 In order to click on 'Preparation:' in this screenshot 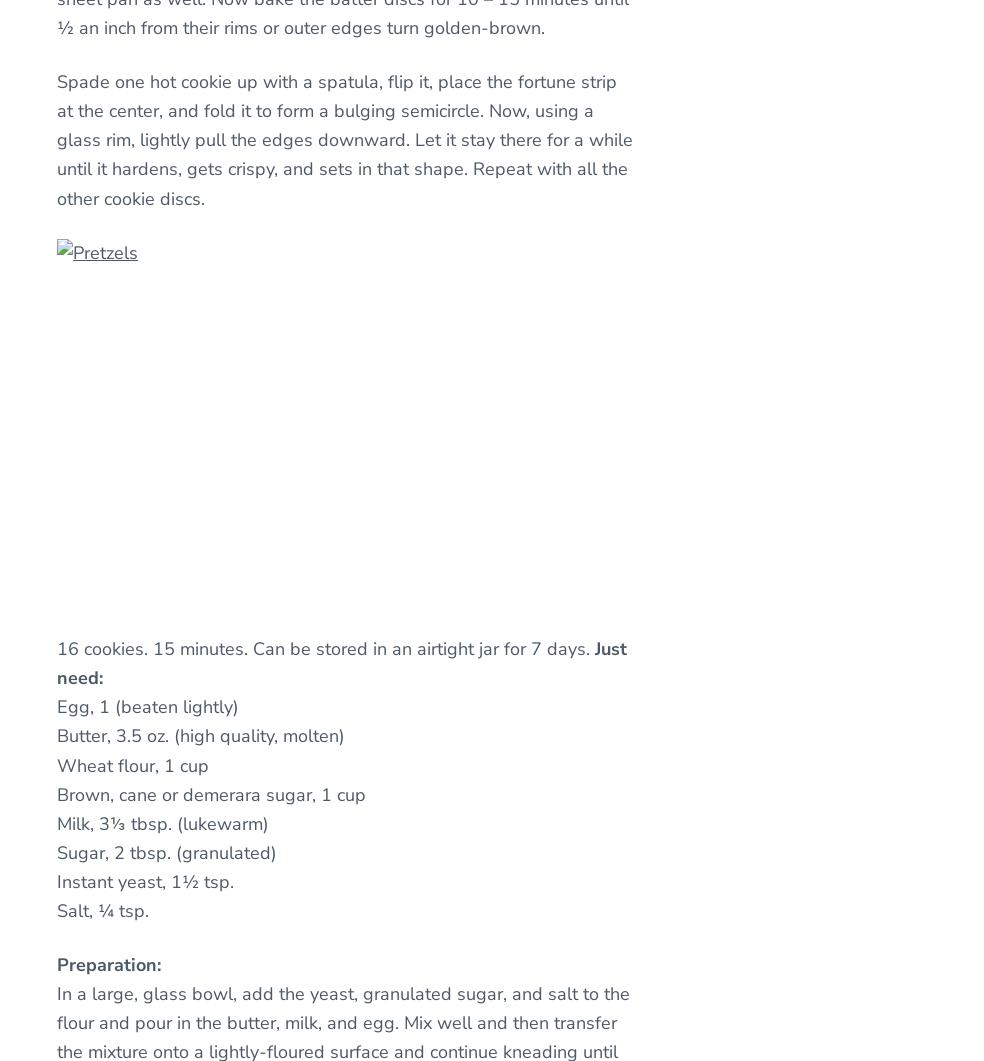, I will do `click(108, 963)`.